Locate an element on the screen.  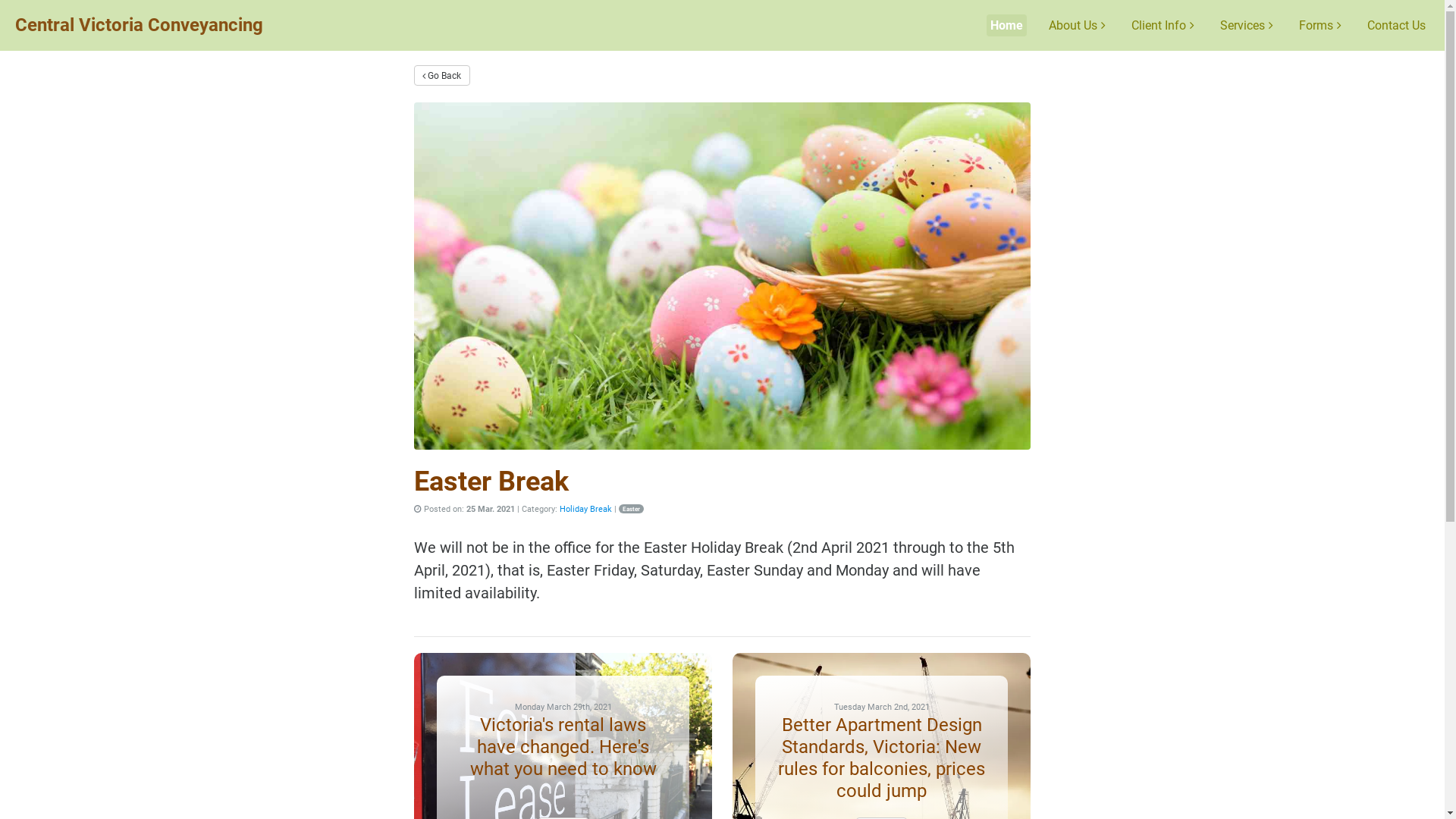
'Home' is located at coordinates (1006, 25).